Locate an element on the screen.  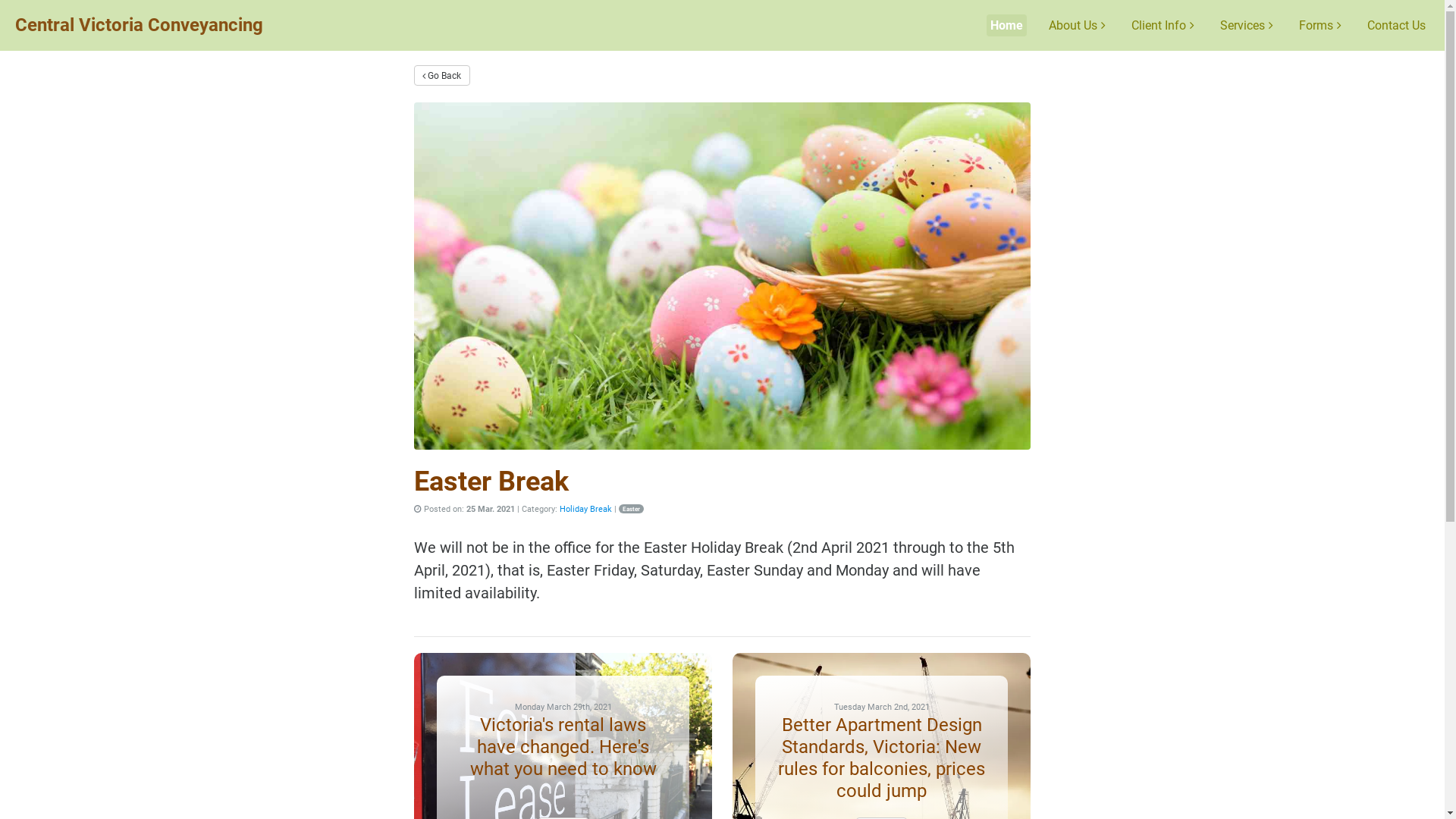
'Home' is located at coordinates (1006, 25).